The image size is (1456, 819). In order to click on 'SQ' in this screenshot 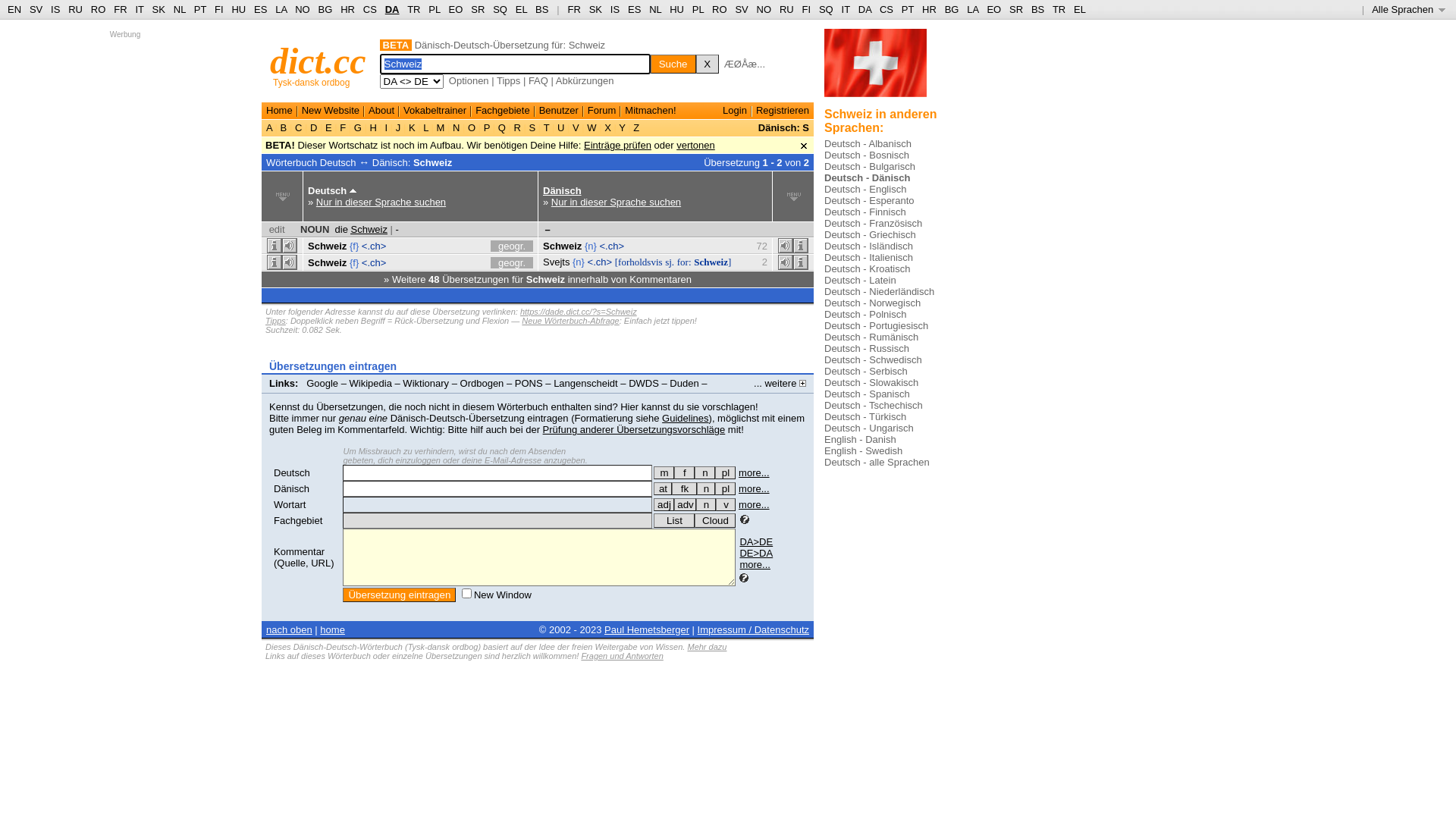, I will do `click(500, 9)`.